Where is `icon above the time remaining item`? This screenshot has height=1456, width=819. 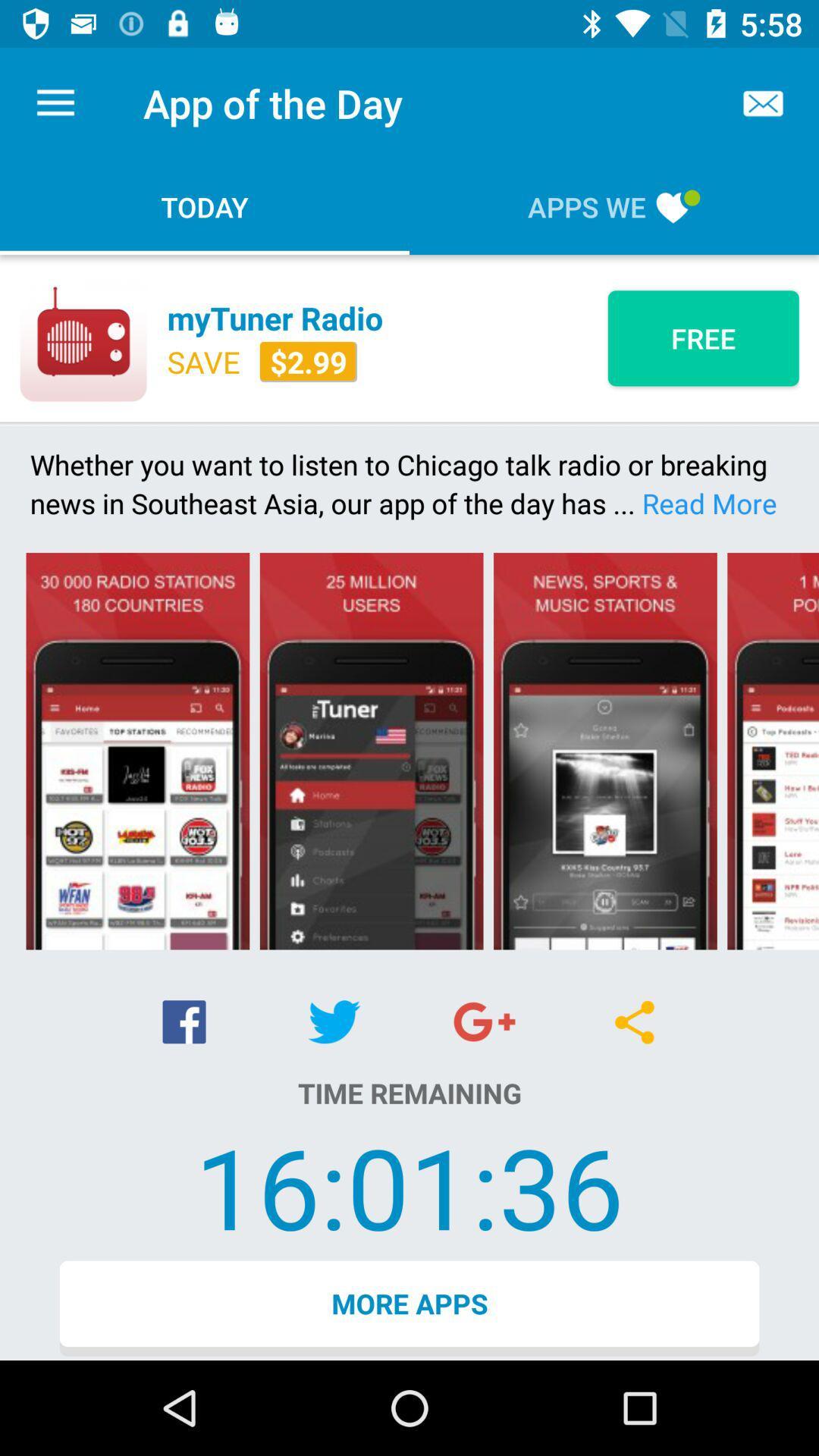 icon above the time remaining item is located at coordinates (184, 1021).